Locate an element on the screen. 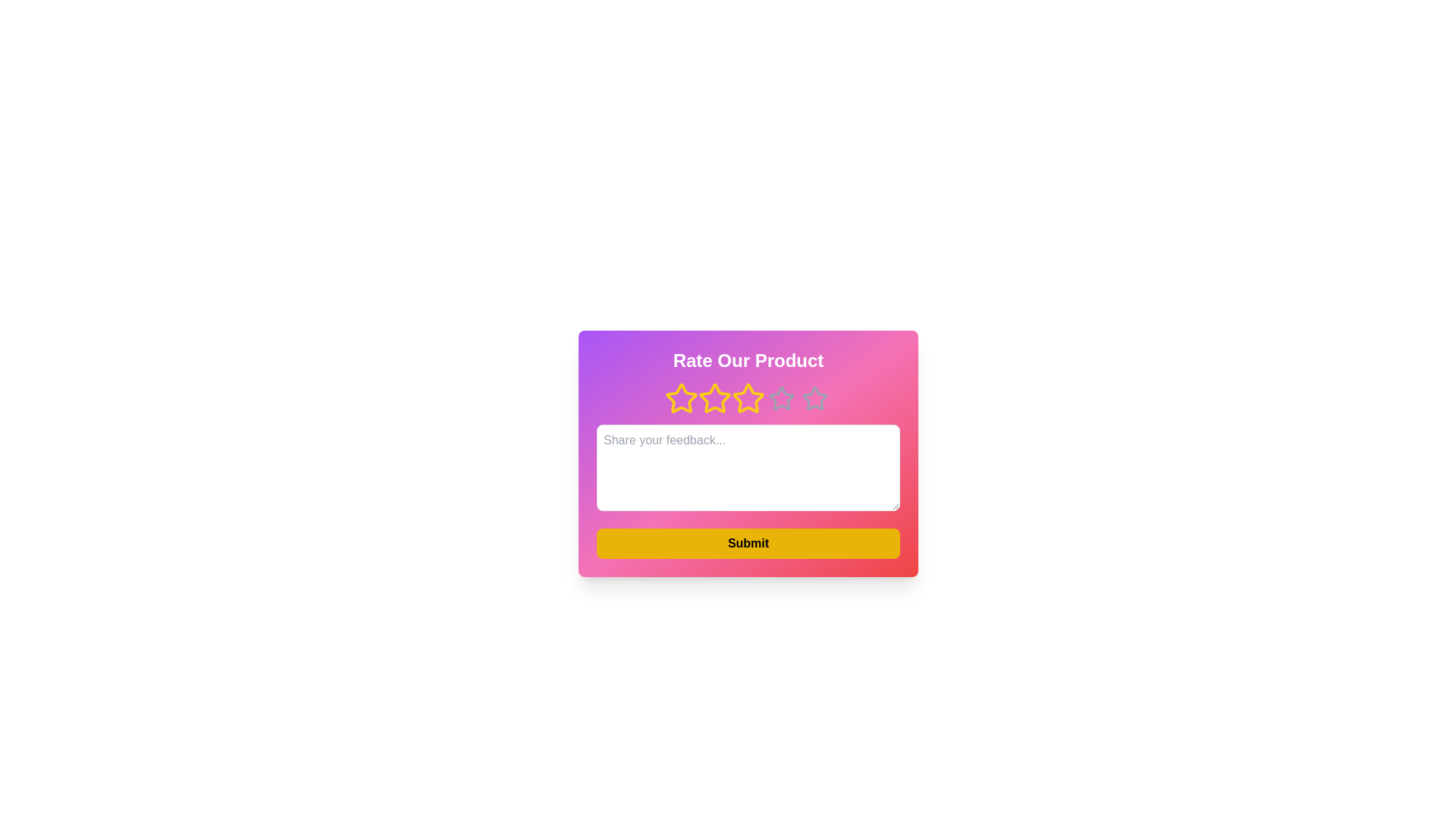  the third star icon in the rating system is located at coordinates (748, 397).